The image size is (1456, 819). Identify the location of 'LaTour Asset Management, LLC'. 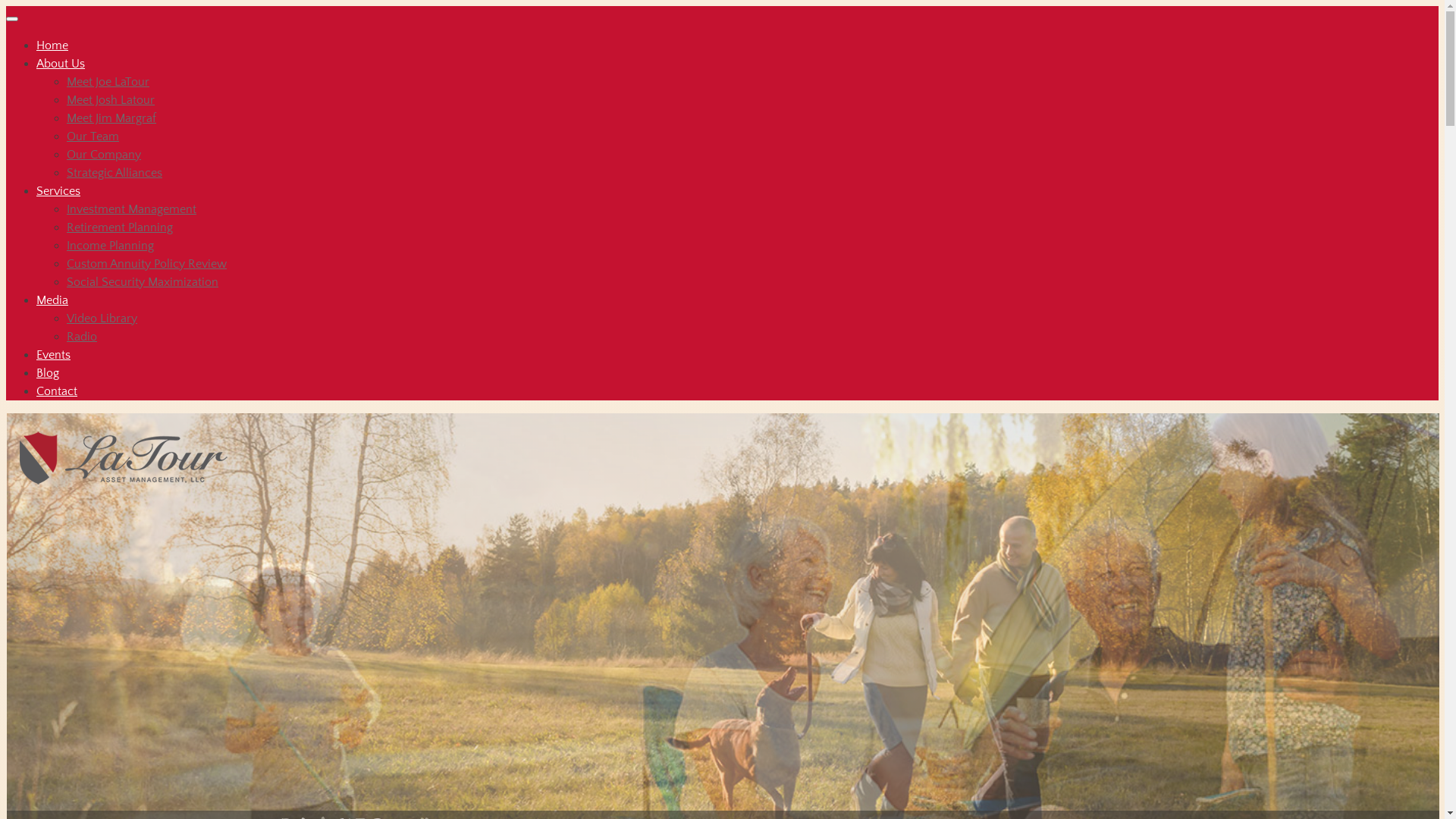
(127, 450).